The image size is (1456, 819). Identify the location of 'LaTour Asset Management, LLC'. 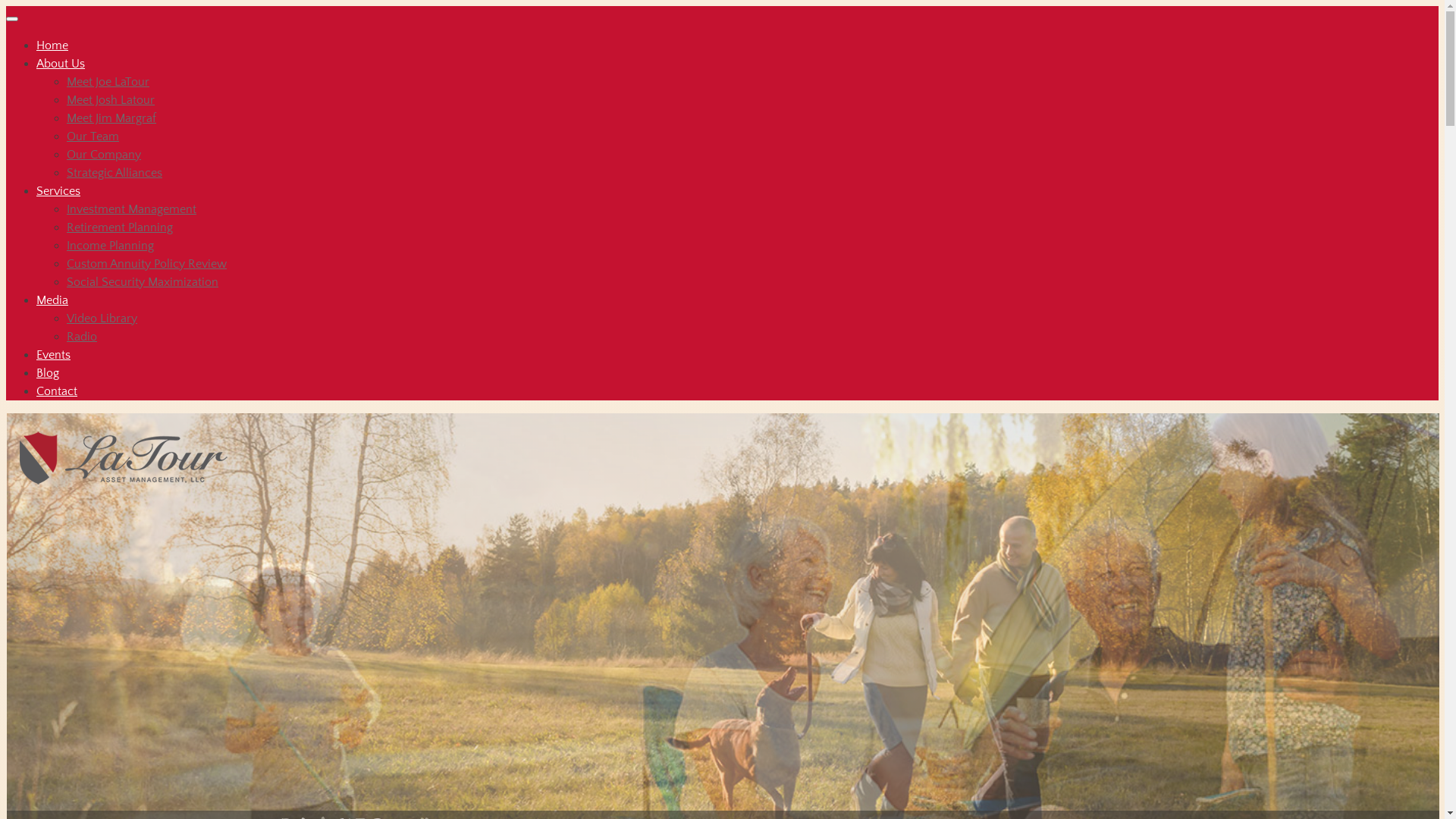
(127, 450).